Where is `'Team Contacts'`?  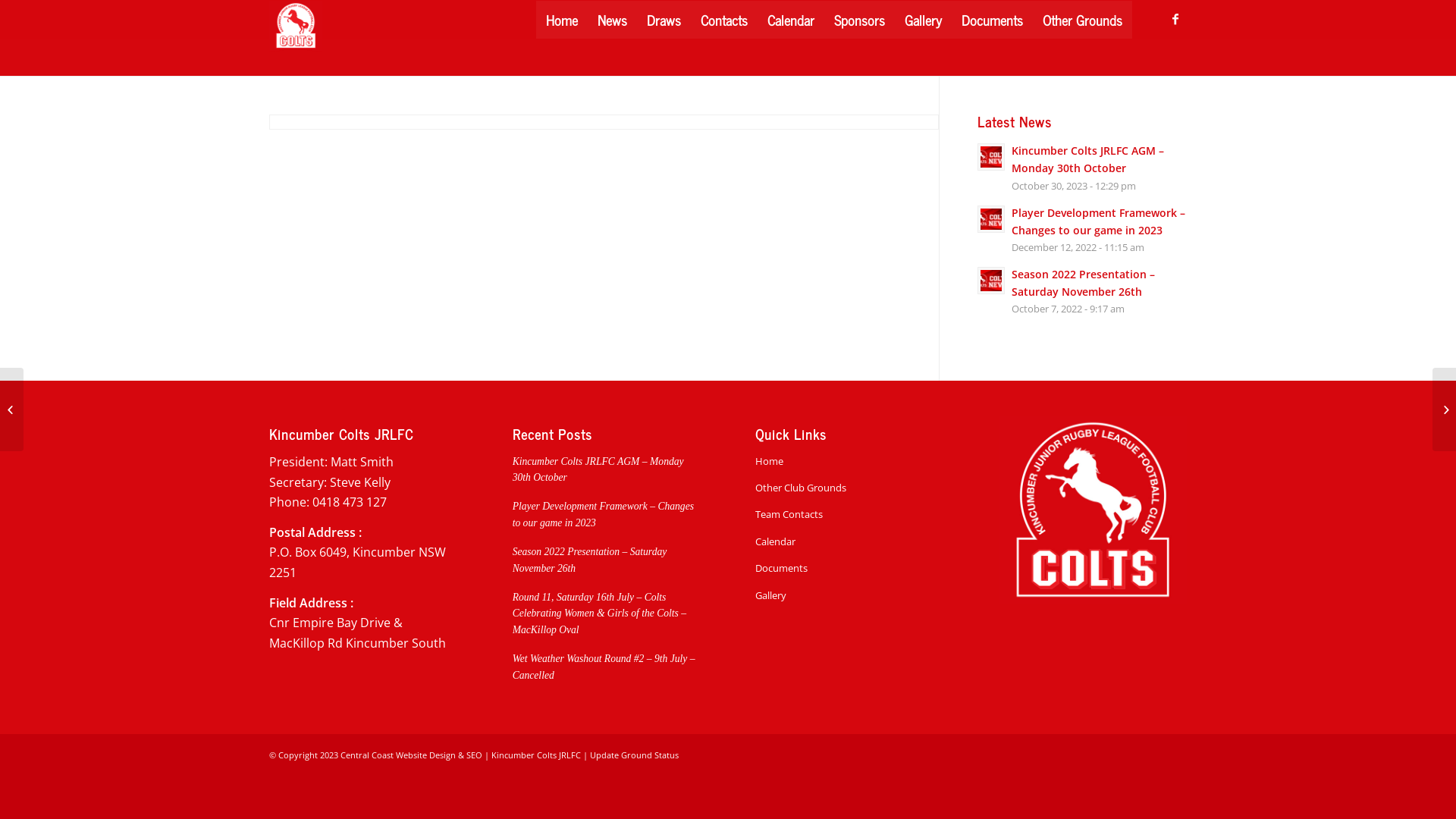 'Team Contacts' is located at coordinates (848, 513).